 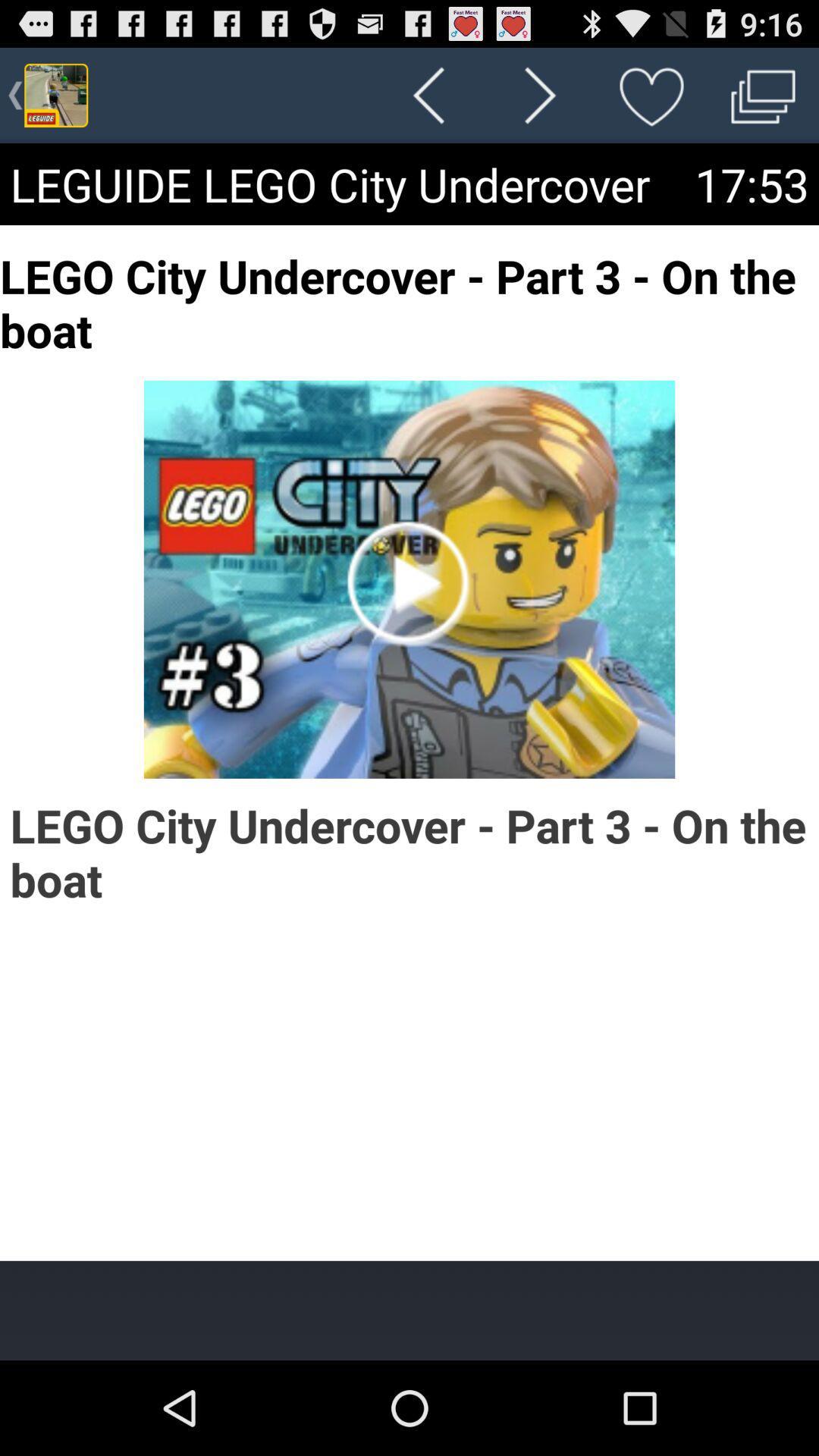 What do you see at coordinates (539, 94) in the screenshot?
I see `the app above the leguide lego city item` at bounding box center [539, 94].